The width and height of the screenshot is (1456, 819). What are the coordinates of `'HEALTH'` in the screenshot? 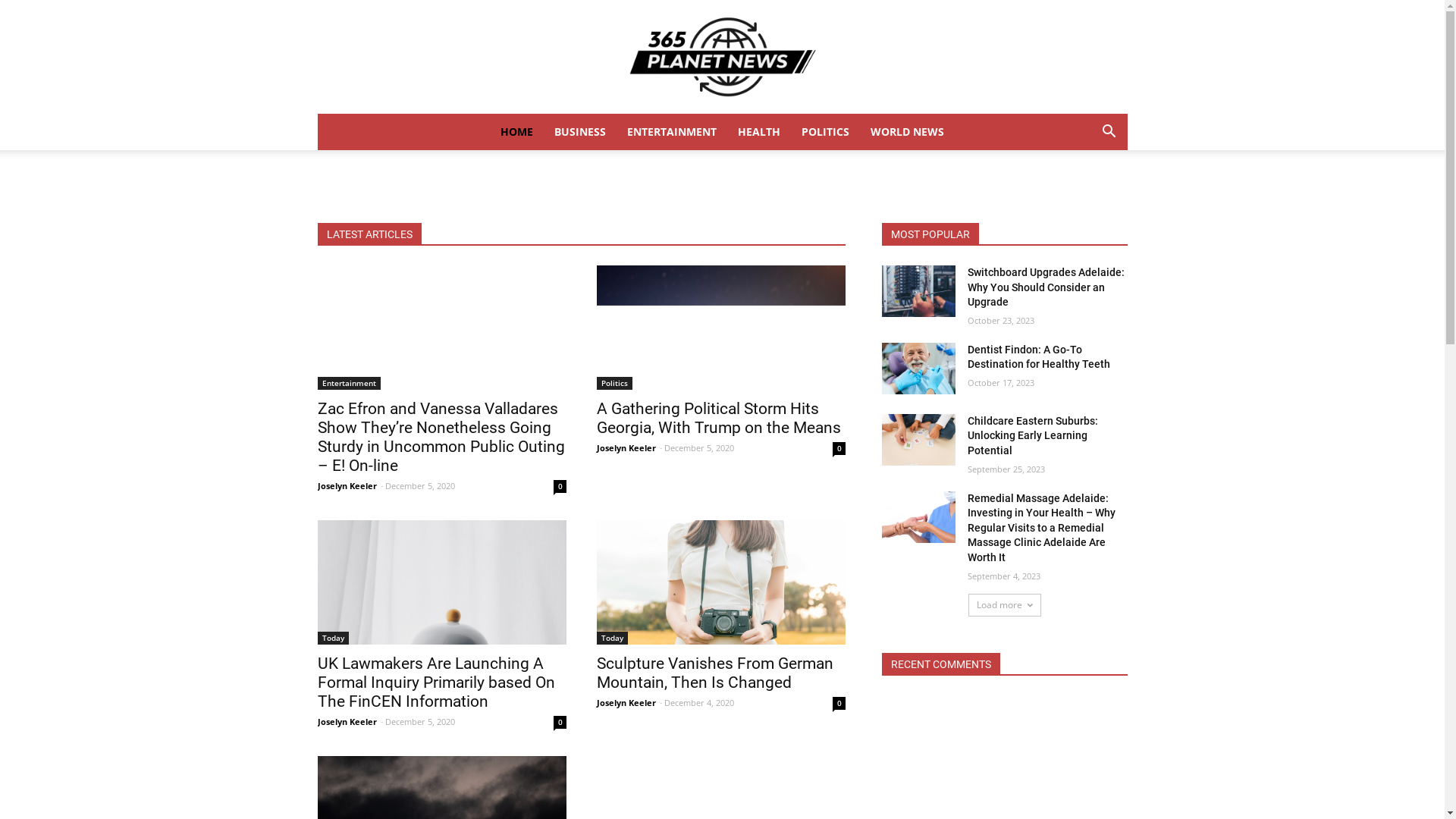 It's located at (759, 130).